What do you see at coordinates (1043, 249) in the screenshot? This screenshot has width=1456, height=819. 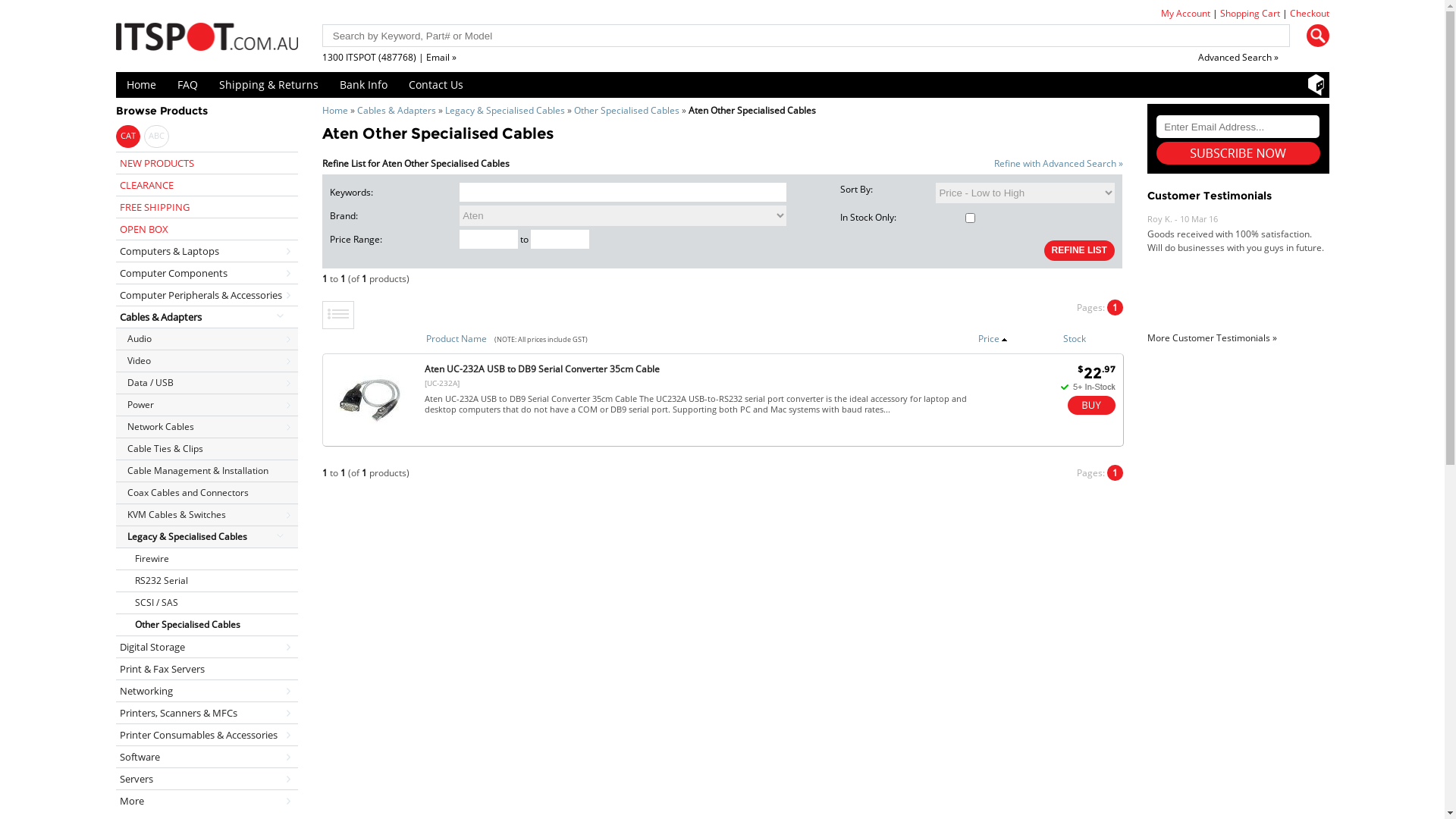 I see `'REFINE LIST'` at bounding box center [1043, 249].